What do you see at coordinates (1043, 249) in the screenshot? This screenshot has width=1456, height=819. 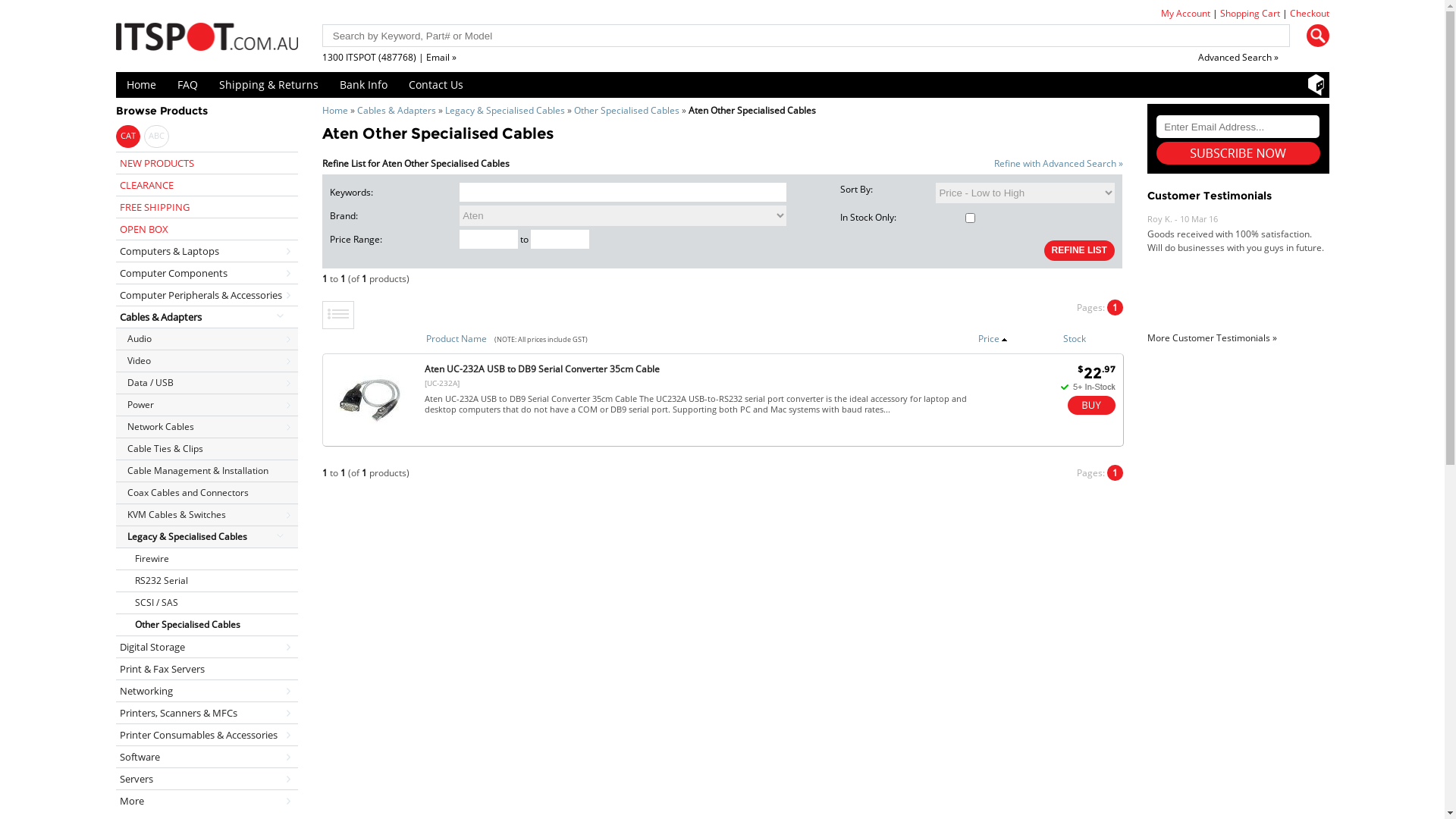 I see `'REFINE LIST'` at bounding box center [1043, 249].